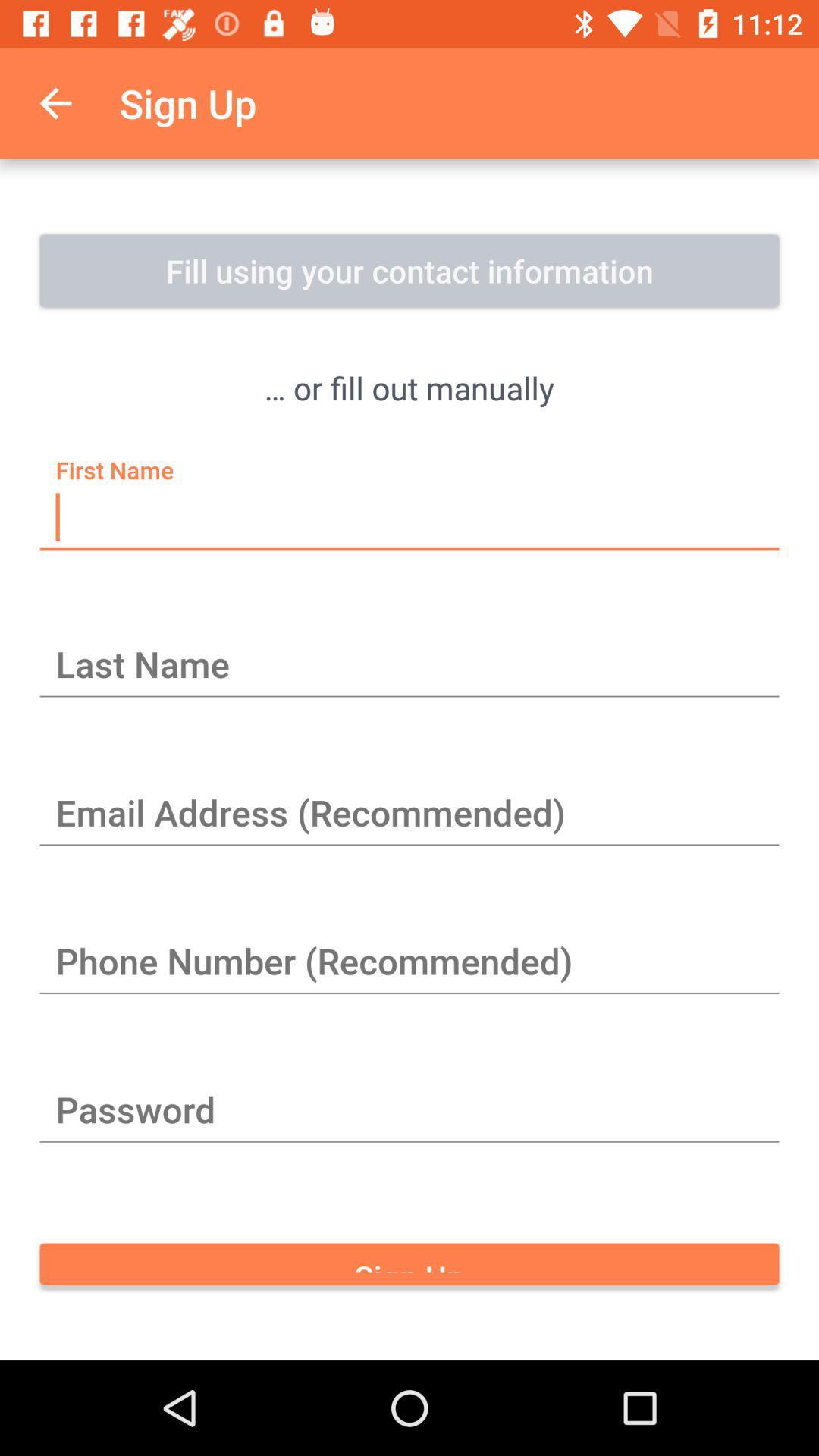 The width and height of the screenshot is (819, 1456). What do you see at coordinates (409, 270) in the screenshot?
I see `the fill using your` at bounding box center [409, 270].